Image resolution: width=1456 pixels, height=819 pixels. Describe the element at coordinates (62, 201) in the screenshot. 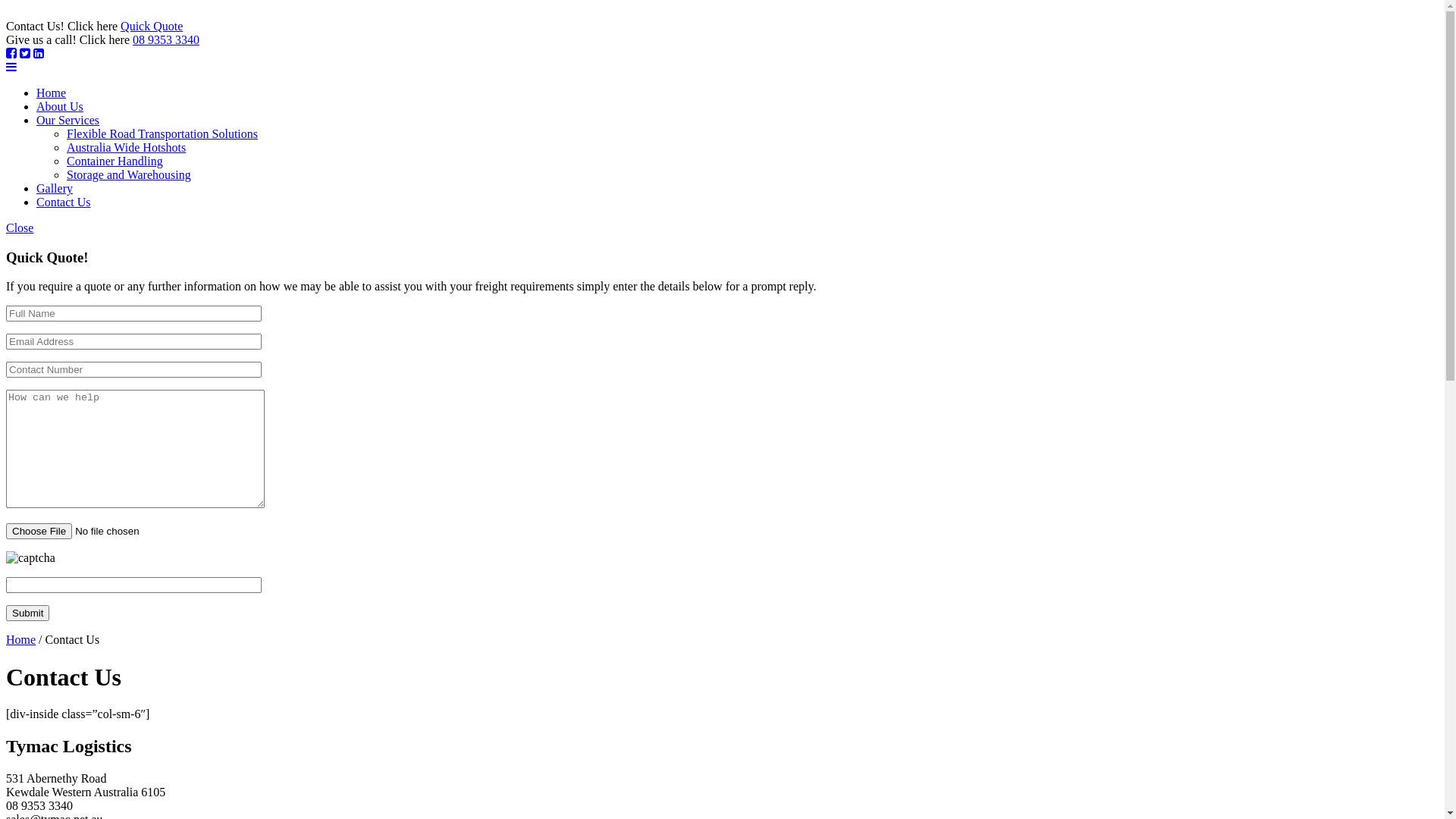

I see `'Contact Us'` at that location.